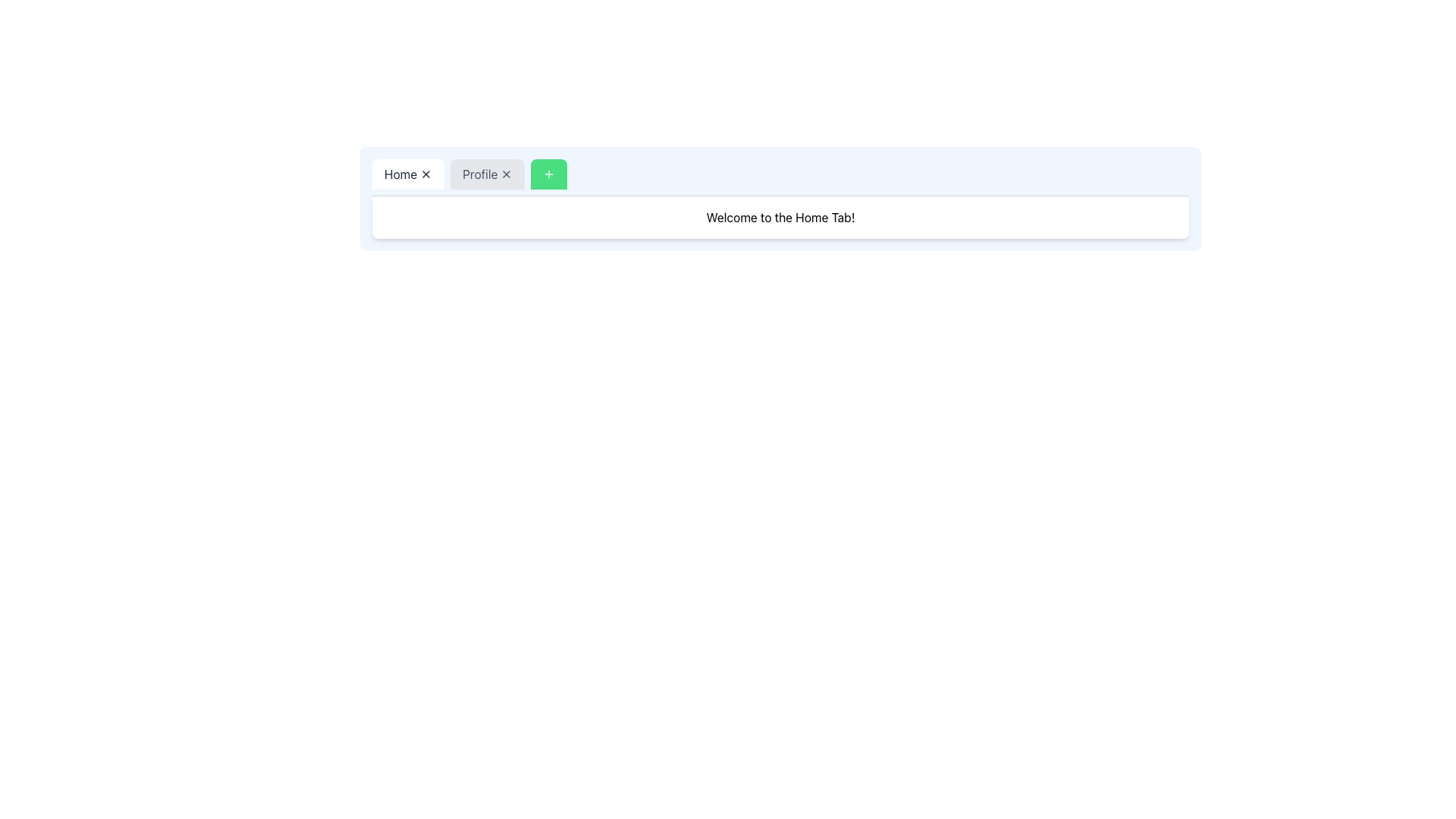 This screenshot has width=1456, height=819. Describe the element at coordinates (425, 174) in the screenshot. I see `the 'X' icon button located on the right side of the 'Home' tab` at that location.